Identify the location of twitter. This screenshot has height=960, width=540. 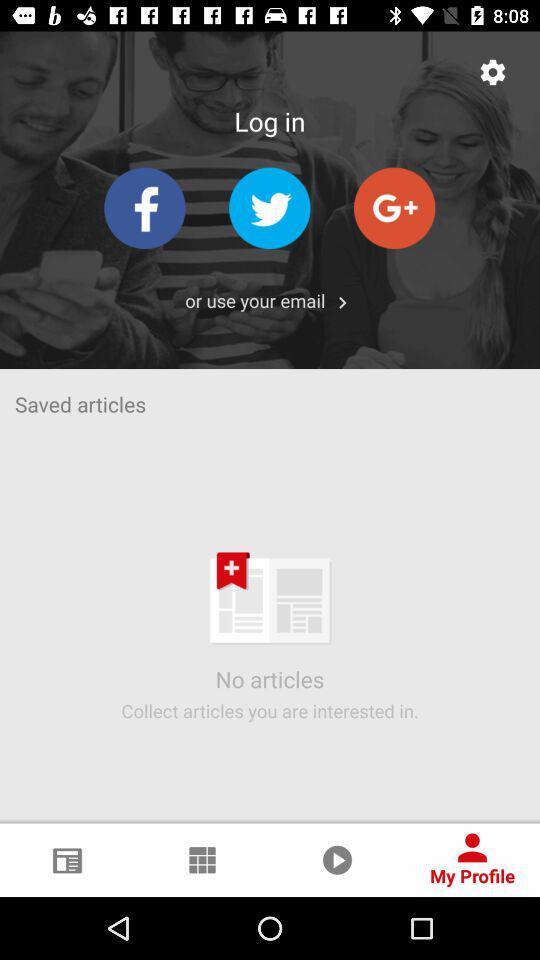
(269, 208).